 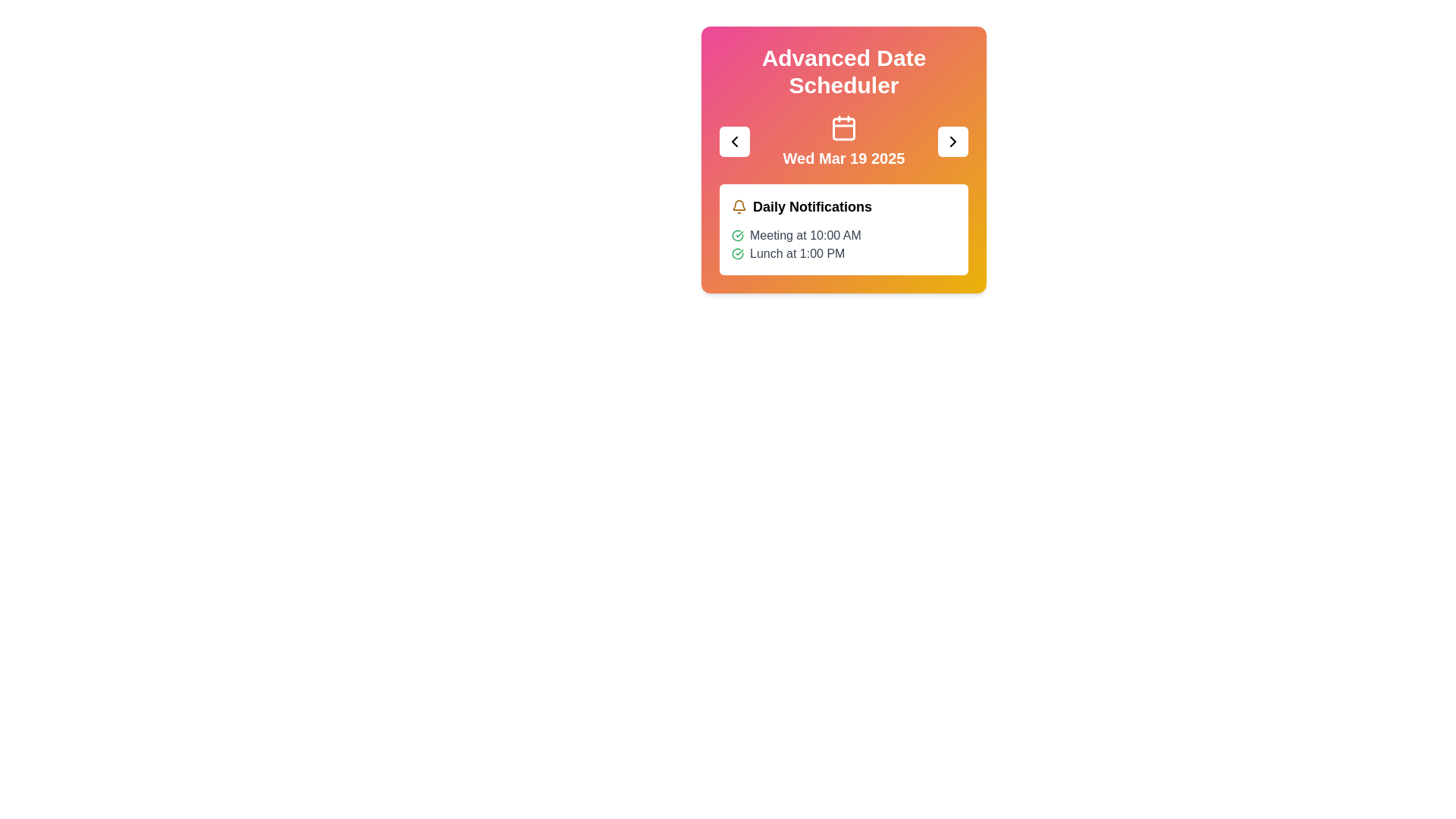 I want to click on the left chevron button located at the top-left corner of the main content area of the card interface to trigger visual feedback indicating interactivity, so click(x=735, y=141).